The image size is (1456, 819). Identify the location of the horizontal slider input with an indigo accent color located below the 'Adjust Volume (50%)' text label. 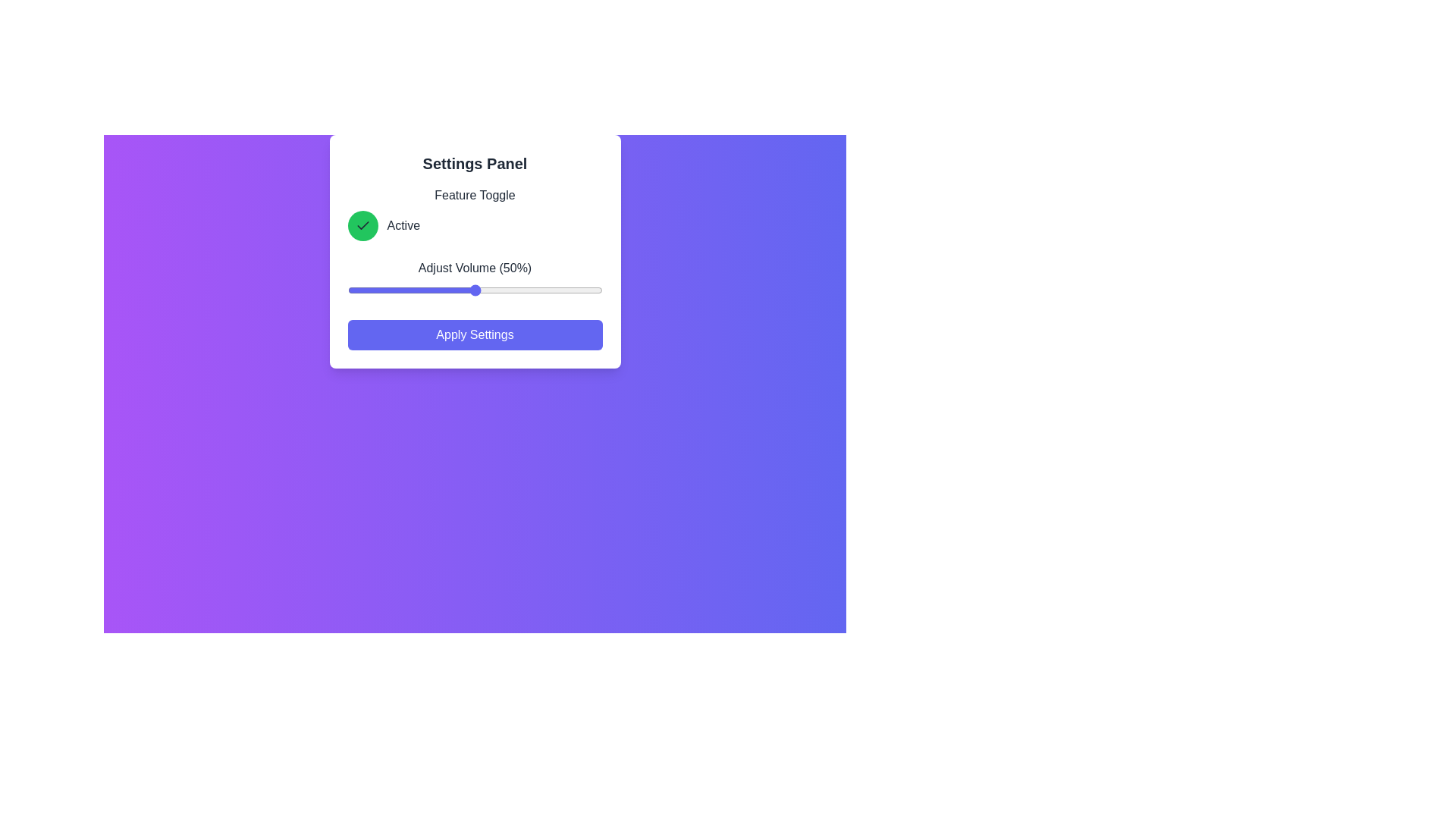
(474, 290).